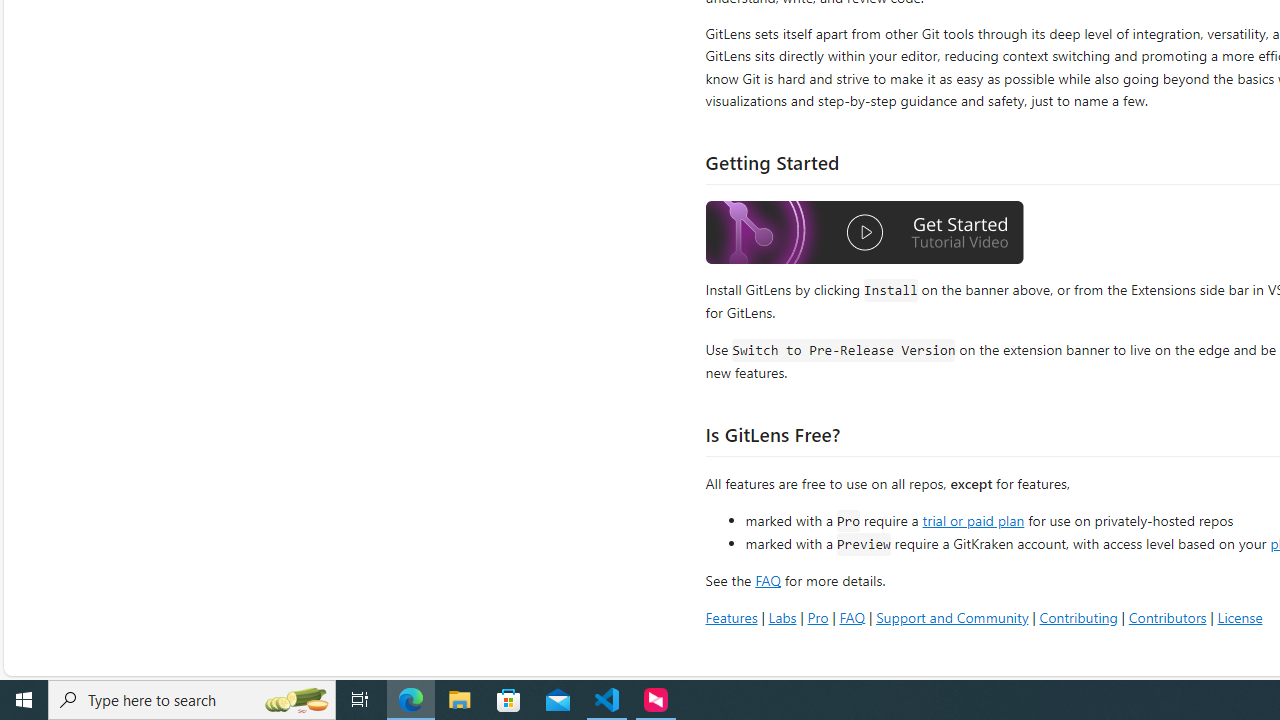 This screenshot has width=1280, height=720. What do you see at coordinates (852, 616) in the screenshot?
I see `'FAQ'` at bounding box center [852, 616].